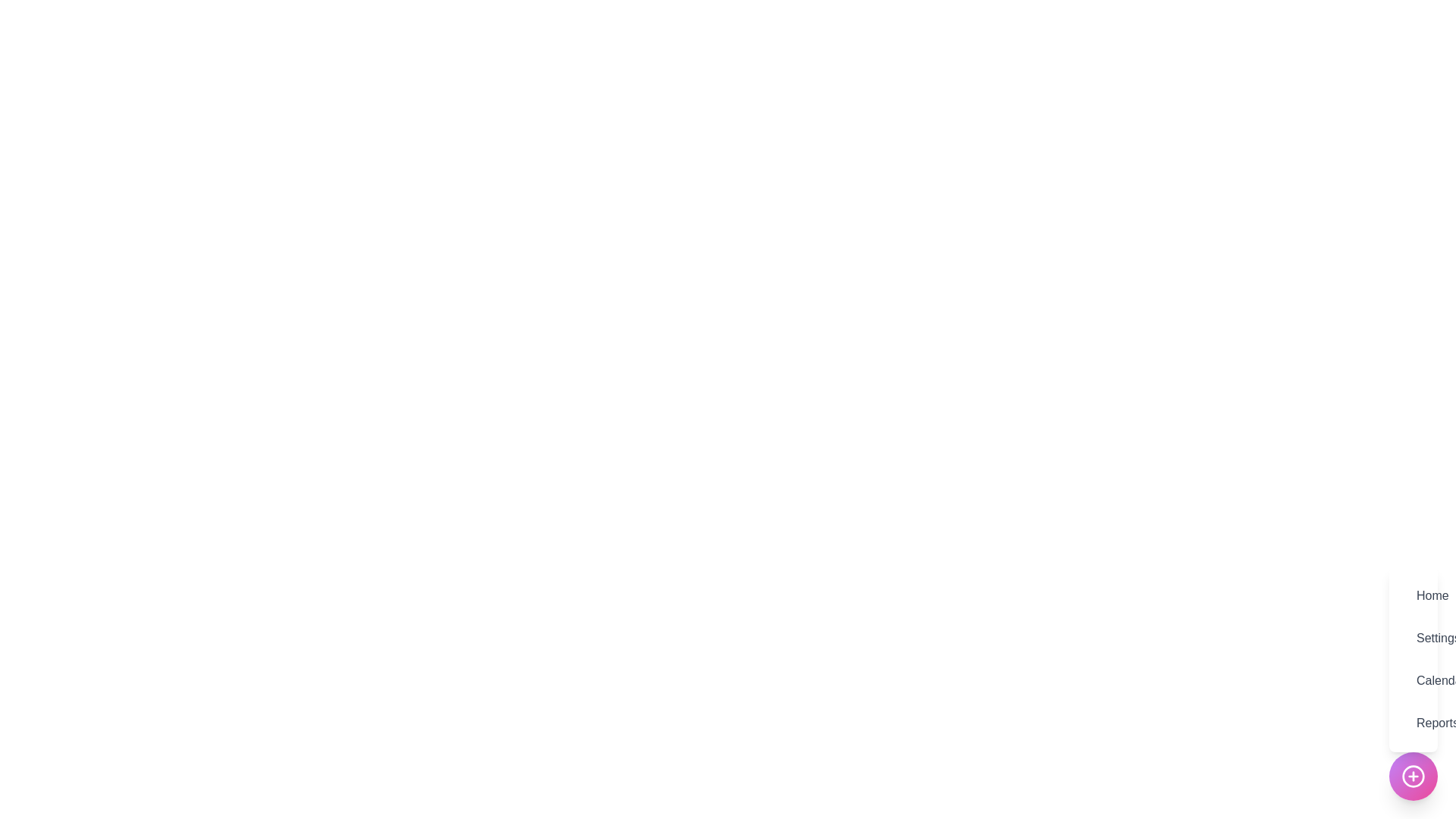 The height and width of the screenshot is (819, 1456). Describe the element at coordinates (1412, 595) in the screenshot. I see `the menu item Home to select it` at that location.